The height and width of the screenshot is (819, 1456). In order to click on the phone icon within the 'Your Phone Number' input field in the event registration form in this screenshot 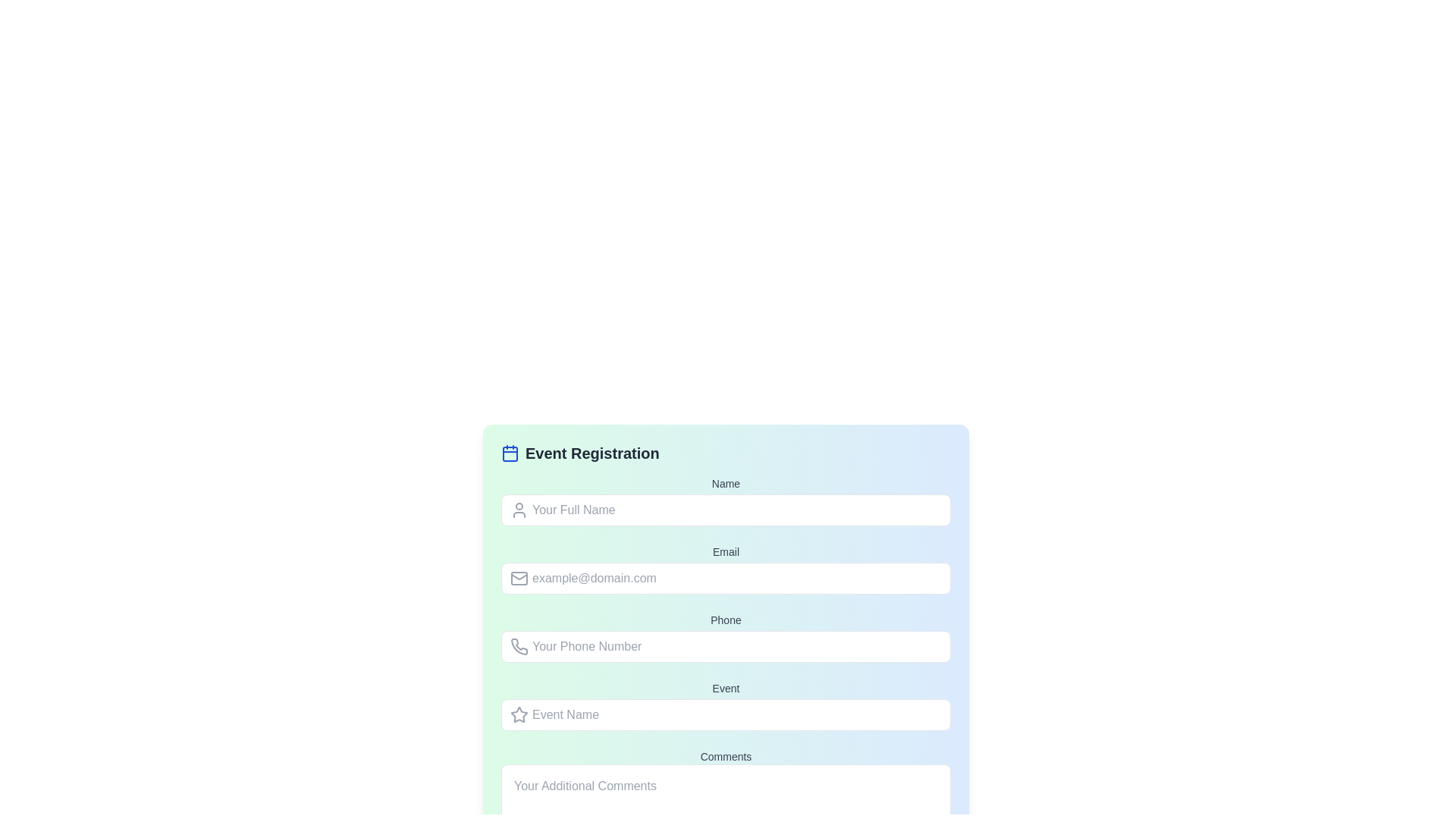, I will do `click(519, 646)`.